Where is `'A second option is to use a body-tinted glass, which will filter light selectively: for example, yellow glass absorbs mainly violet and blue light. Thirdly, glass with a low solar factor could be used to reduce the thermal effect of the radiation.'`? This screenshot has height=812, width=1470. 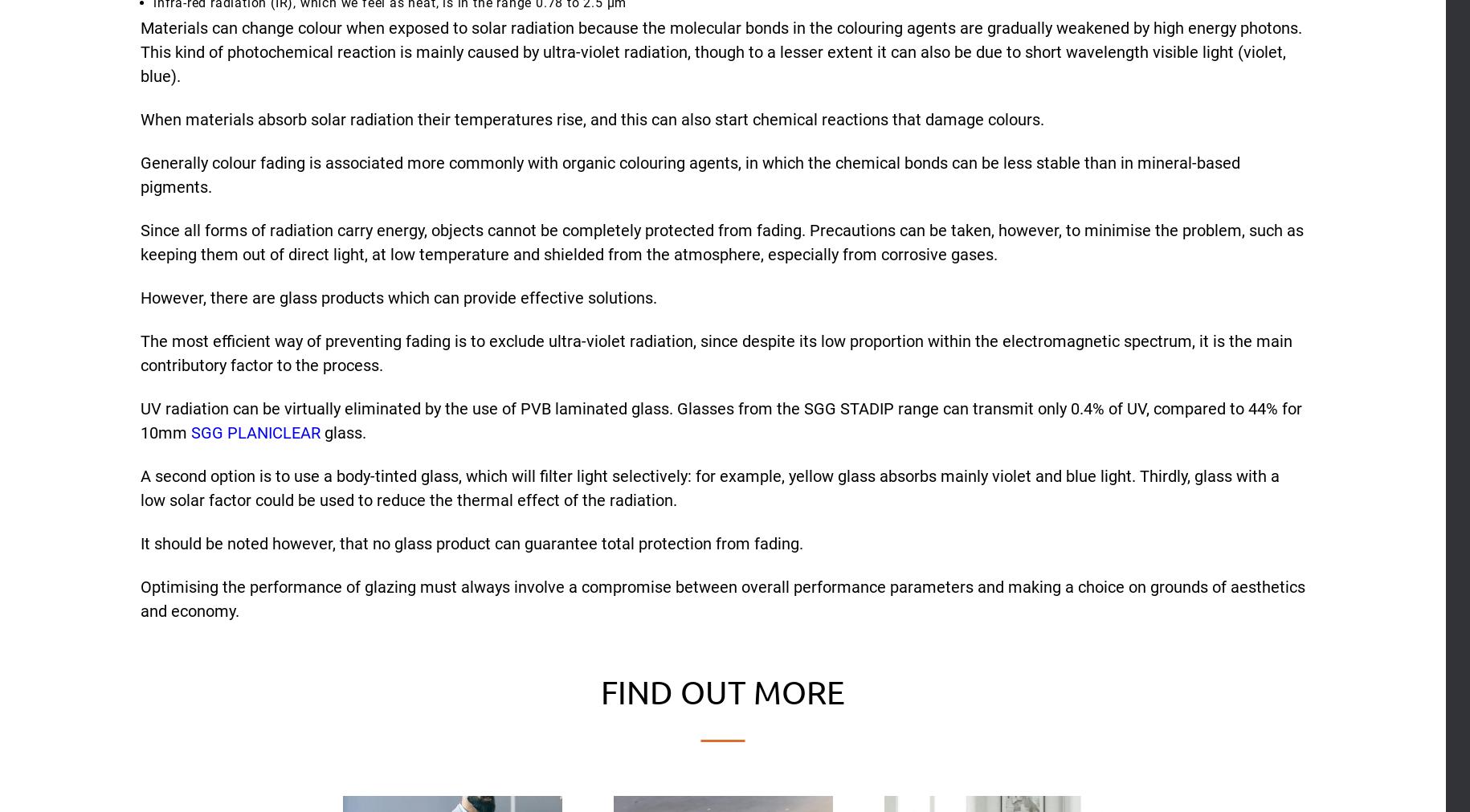 'A second option is to use a body-tinted glass, which will filter light selectively: for example, yellow glass absorbs mainly violet and blue light. Thirdly, glass with a low solar factor could be used to reduce the thermal effect of the radiation.' is located at coordinates (710, 488).